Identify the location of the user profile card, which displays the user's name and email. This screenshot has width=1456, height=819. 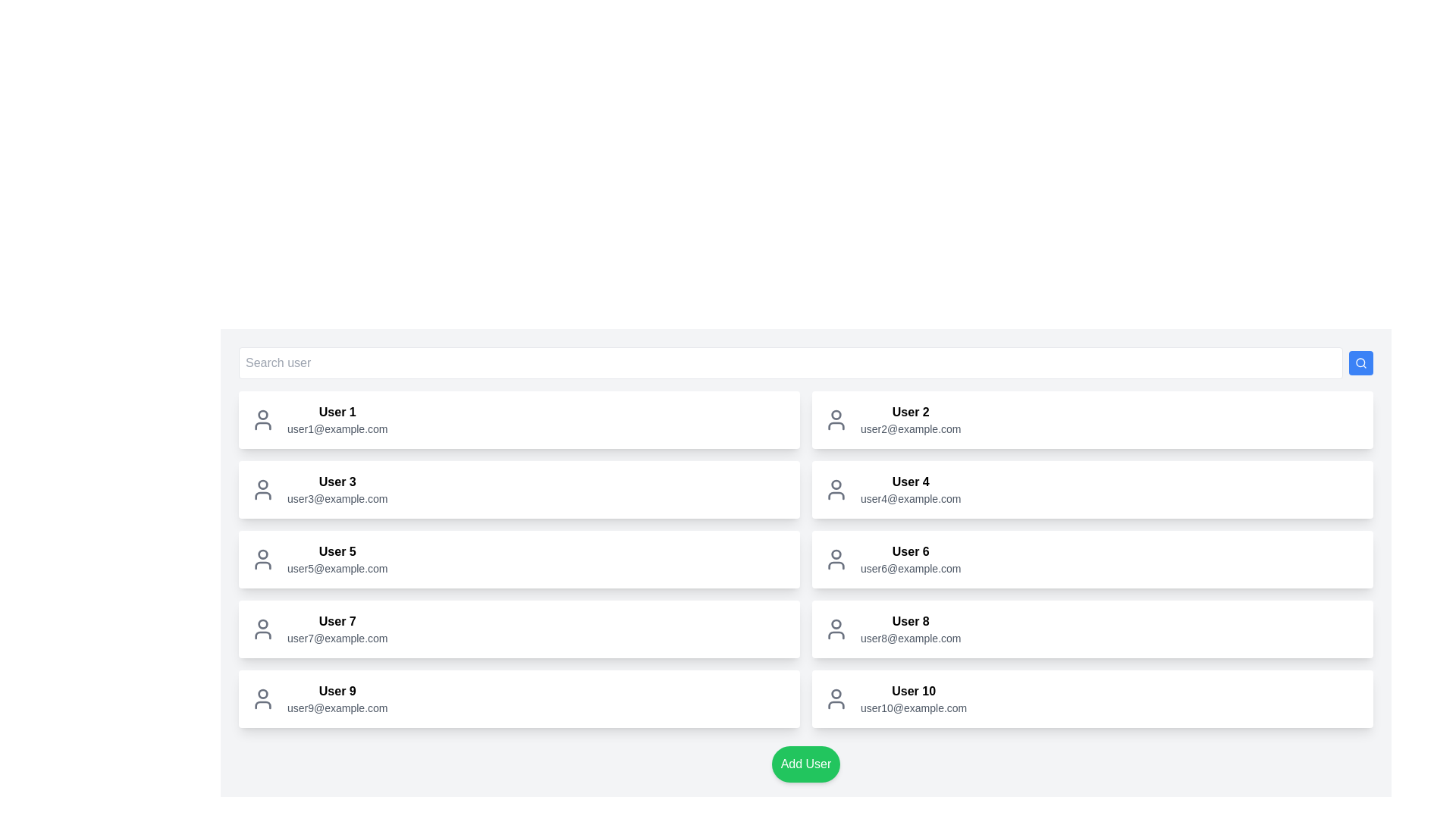
(1092, 489).